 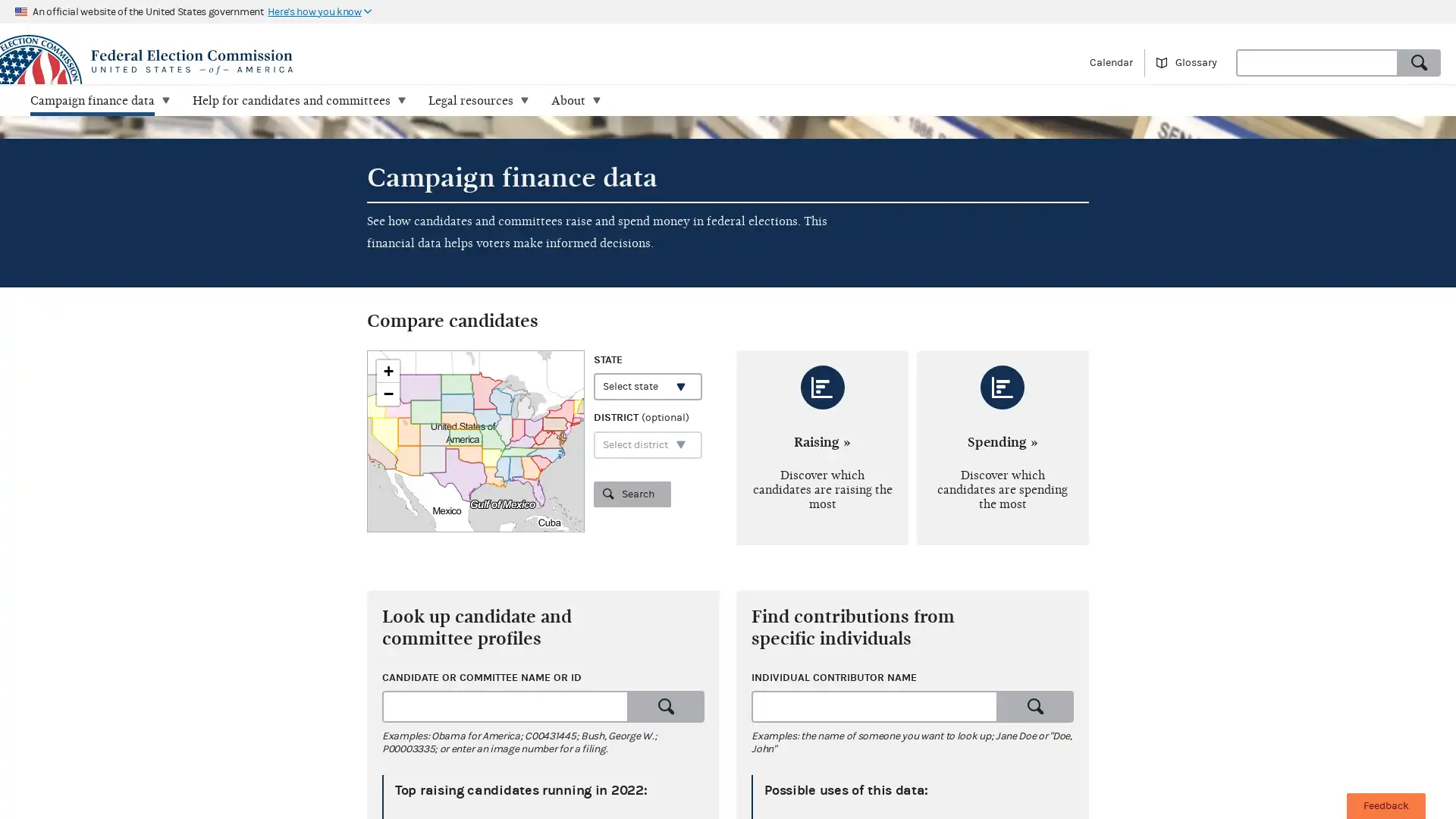 What do you see at coordinates (666, 707) in the screenshot?
I see `Search` at bounding box center [666, 707].